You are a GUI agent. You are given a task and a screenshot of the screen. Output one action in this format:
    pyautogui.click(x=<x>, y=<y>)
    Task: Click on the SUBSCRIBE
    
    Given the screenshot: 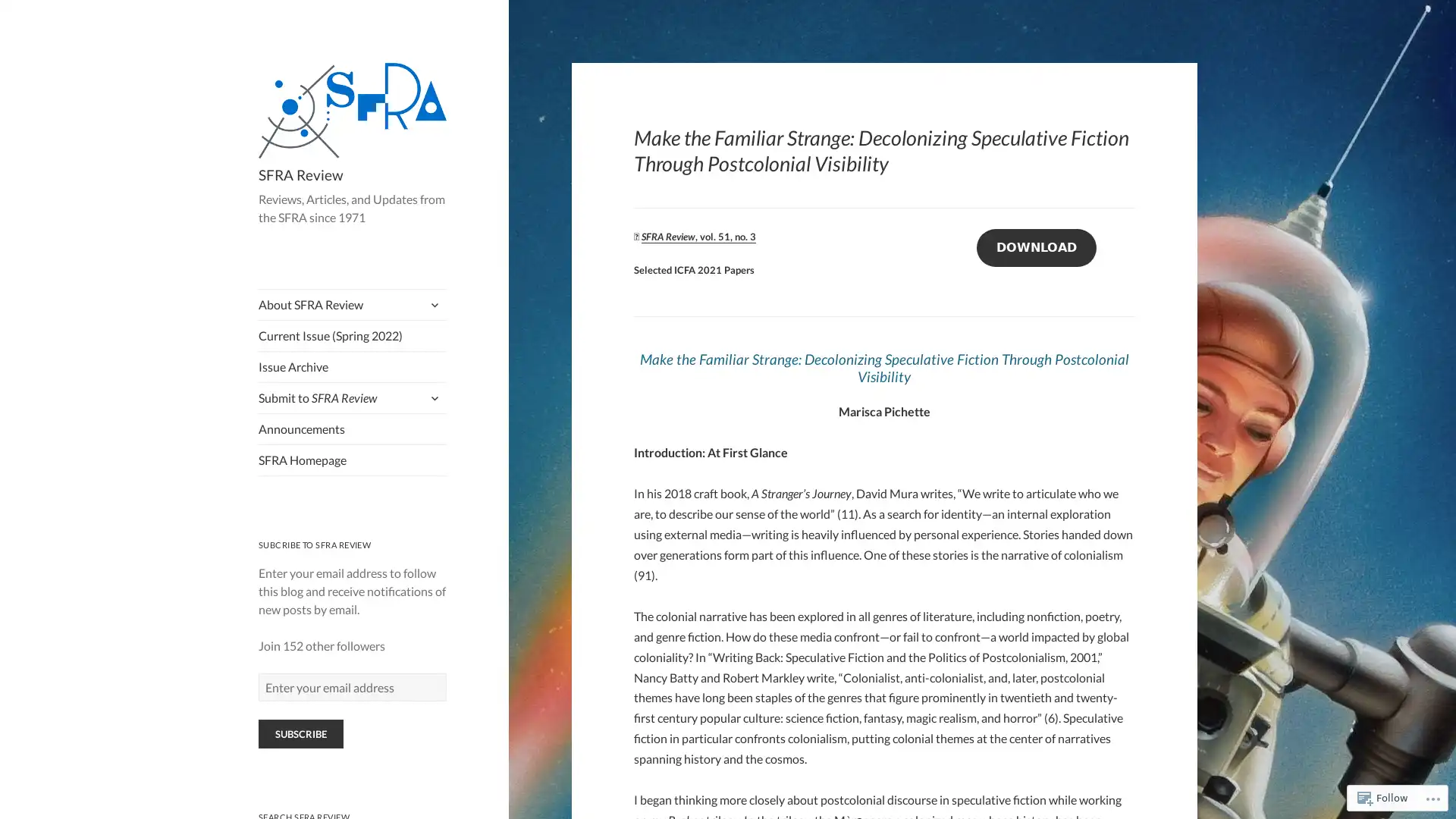 What is the action you would take?
    pyautogui.click(x=300, y=733)
    